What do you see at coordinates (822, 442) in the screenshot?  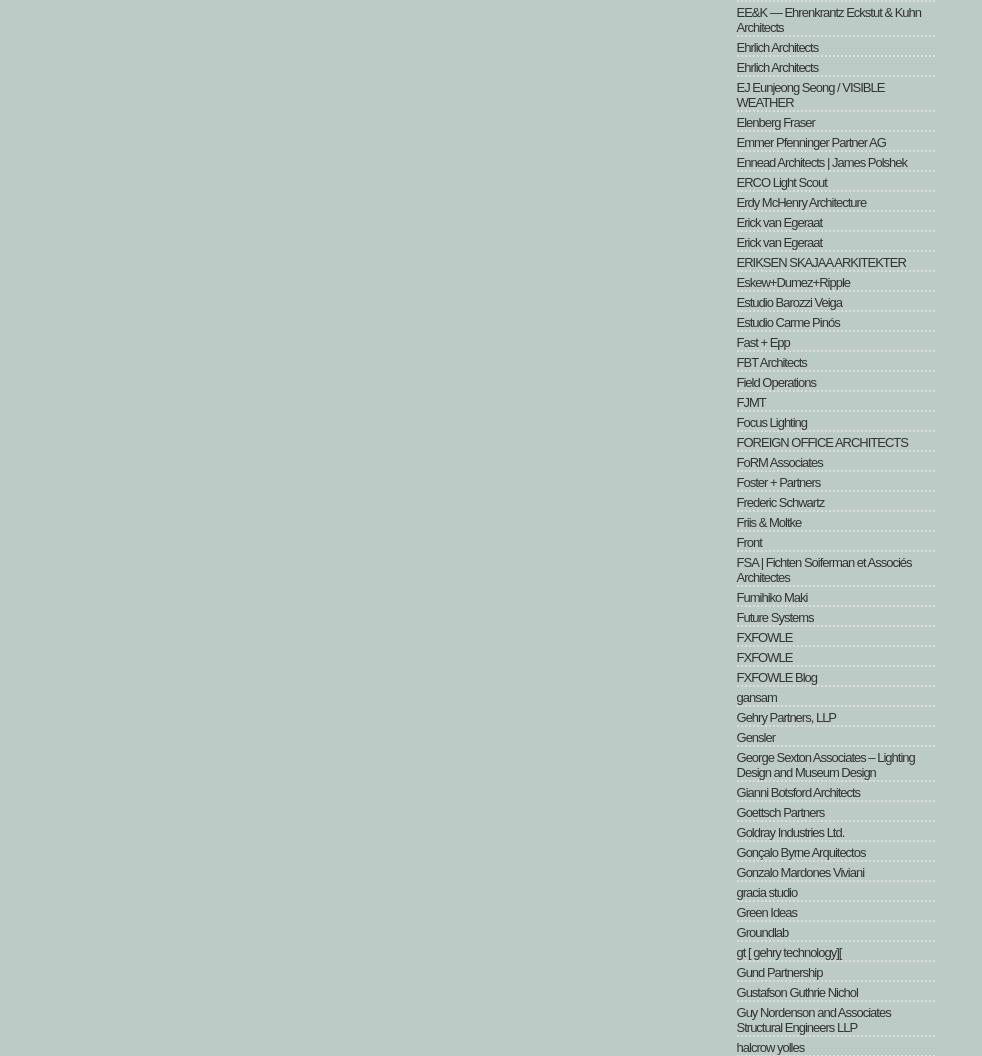 I see `'FOREIGN OFFICE ARCHITECTS'` at bounding box center [822, 442].